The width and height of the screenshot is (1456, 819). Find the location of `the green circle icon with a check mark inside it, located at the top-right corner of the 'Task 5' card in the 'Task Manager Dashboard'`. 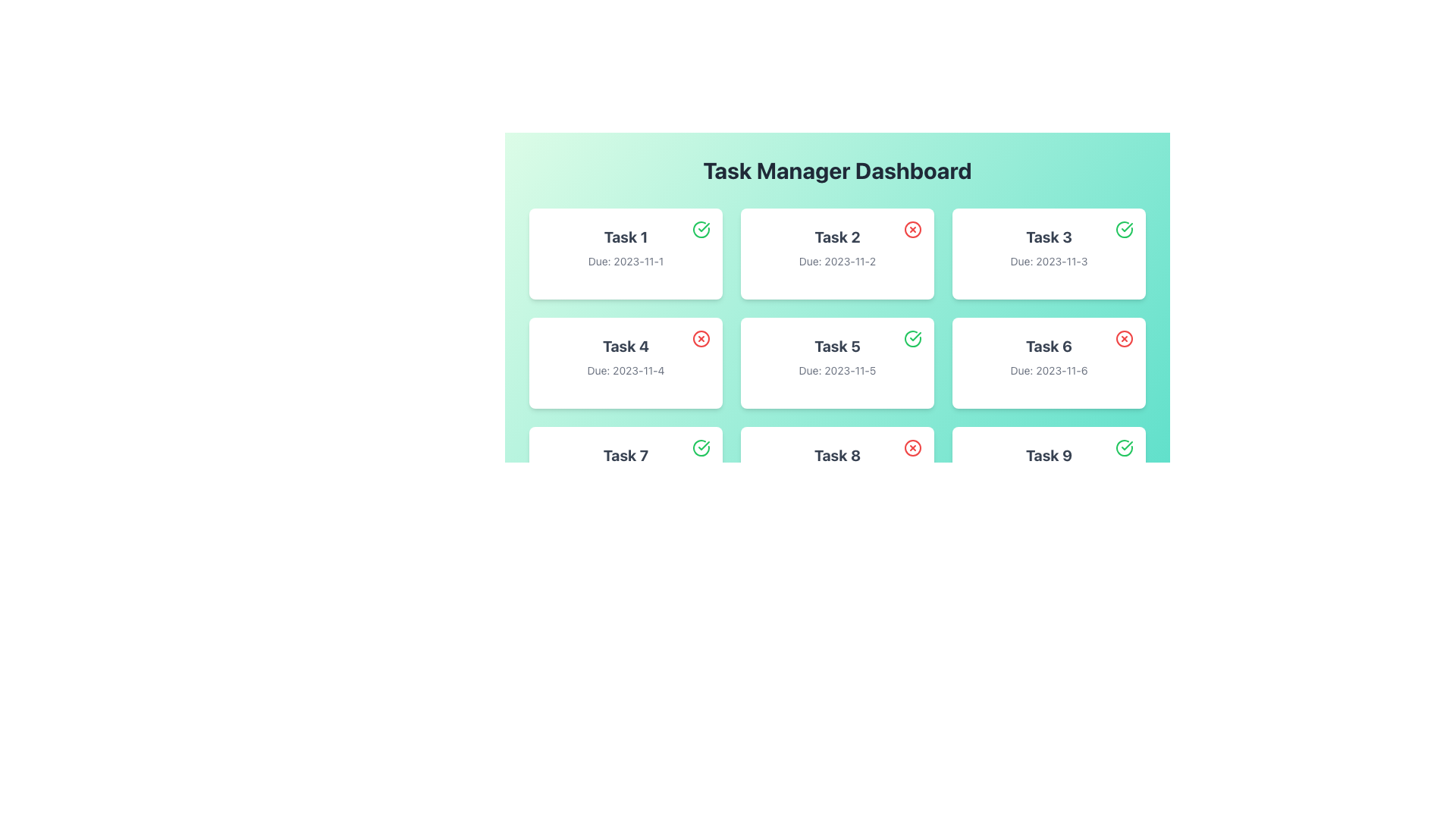

the green circle icon with a check mark inside it, located at the top-right corner of the 'Task 5' card in the 'Task Manager Dashboard' is located at coordinates (912, 338).